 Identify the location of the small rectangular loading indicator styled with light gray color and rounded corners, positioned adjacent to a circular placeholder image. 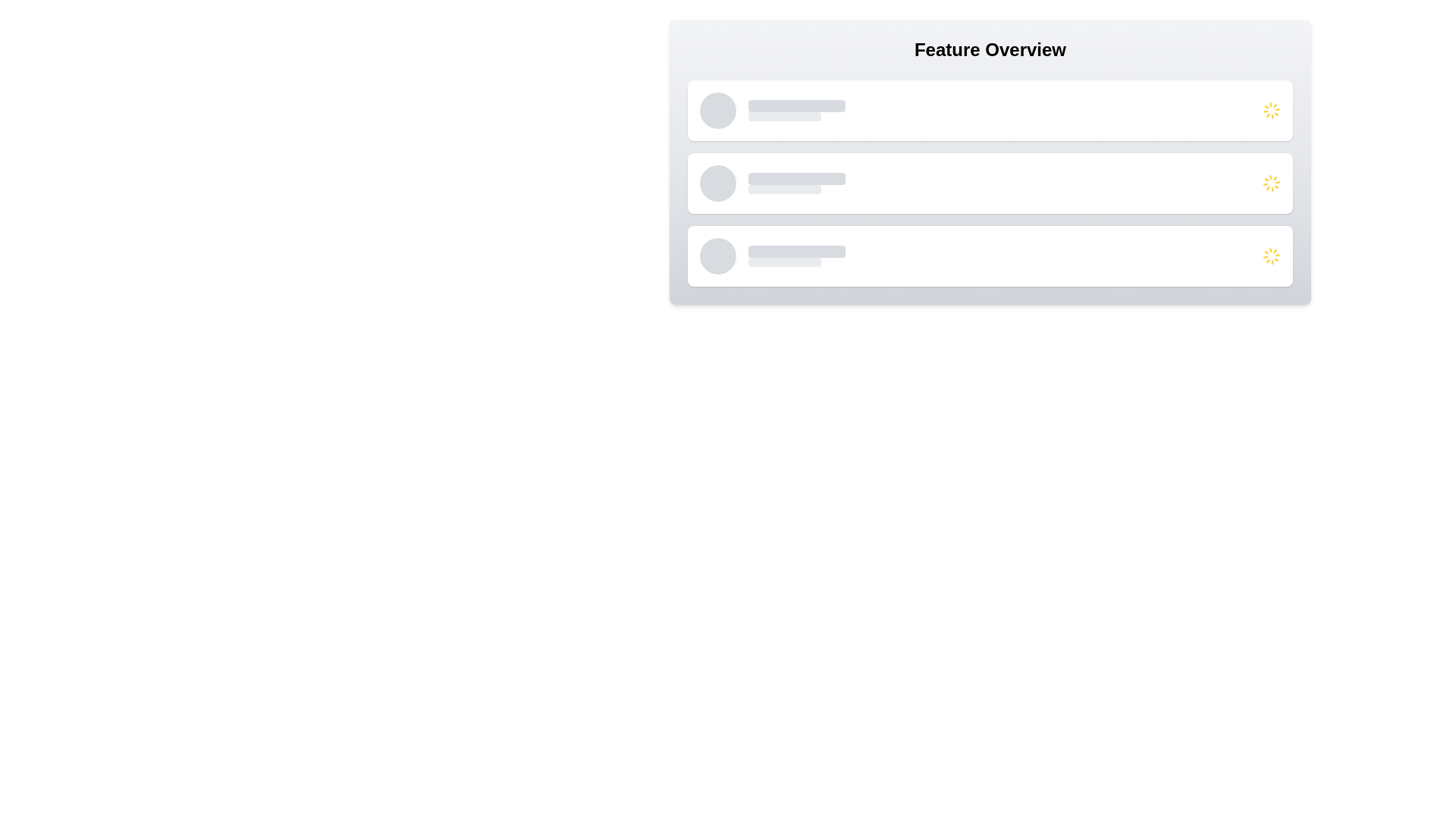
(785, 116).